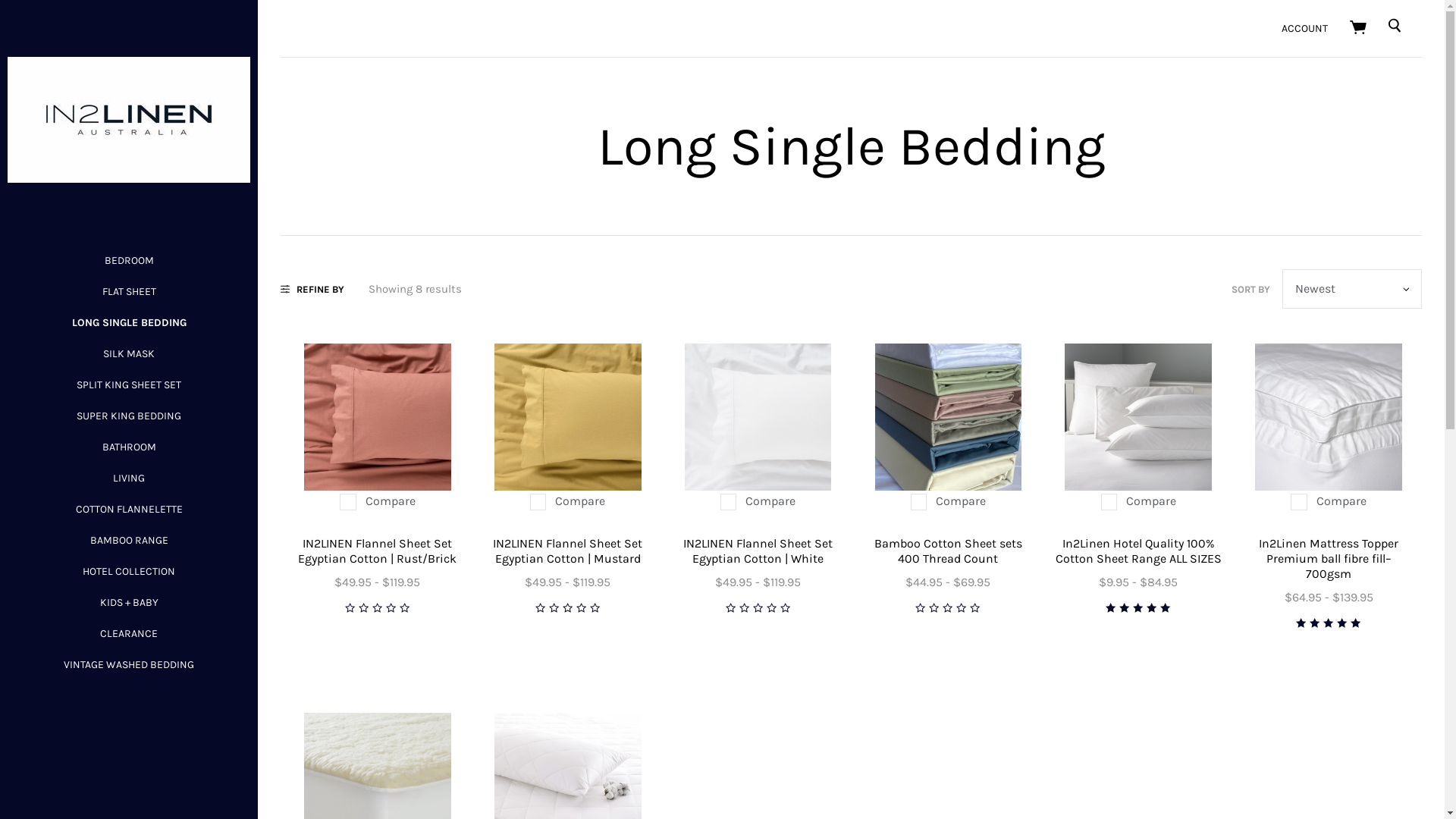  What do you see at coordinates (377, 551) in the screenshot?
I see `'IN2LINEN Flannel Sheet Set Egyptian Cotton | Rust/Brick'` at bounding box center [377, 551].